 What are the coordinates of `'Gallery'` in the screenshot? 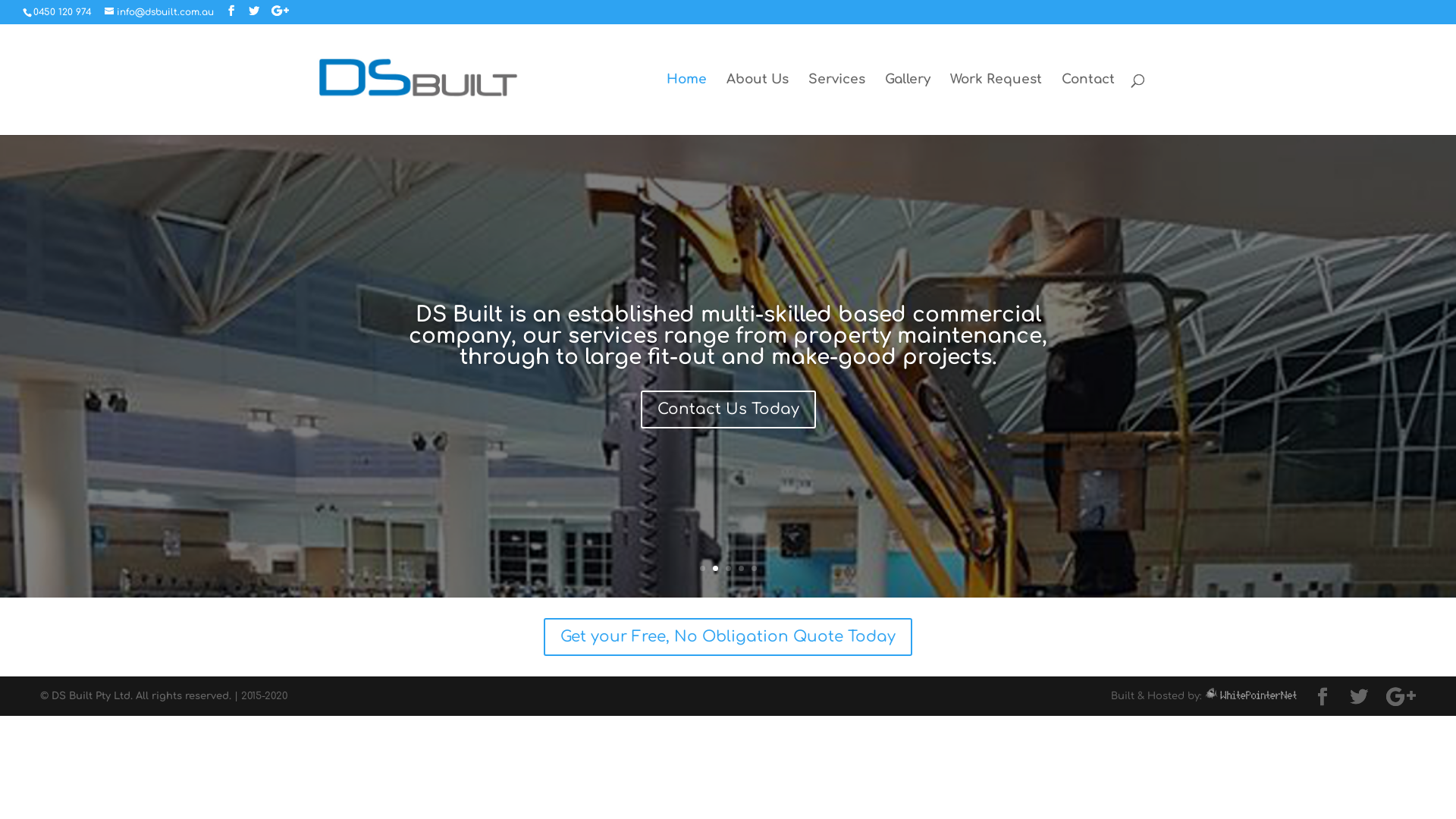 It's located at (906, 104).